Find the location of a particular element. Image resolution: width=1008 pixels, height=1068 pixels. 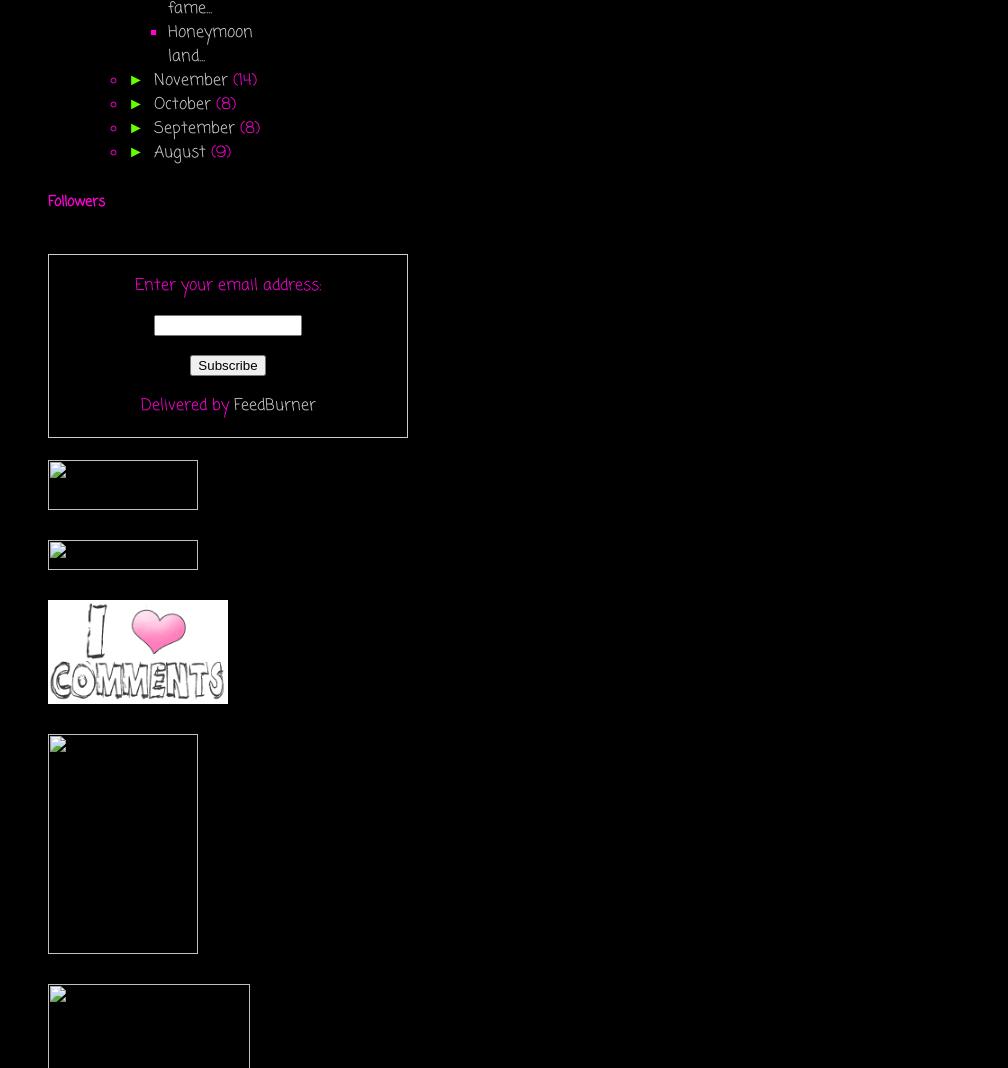

'Delivered by' is located at coordinates (140, 405).